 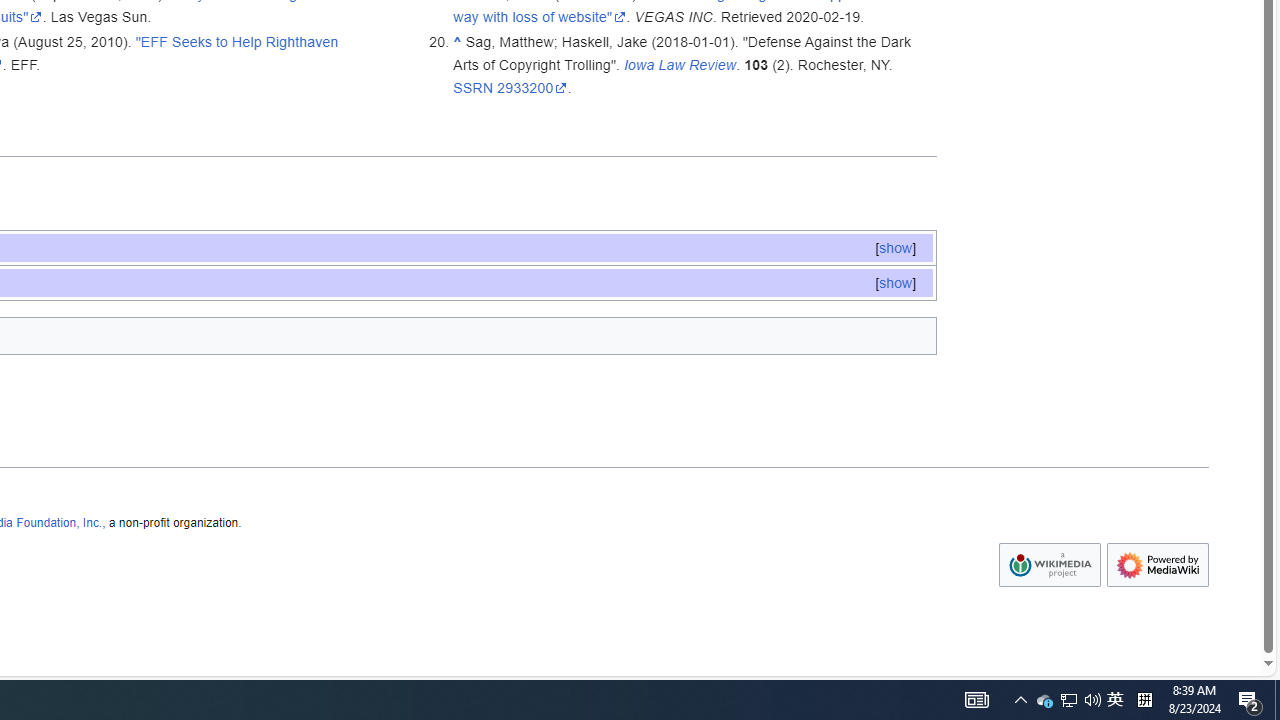 I want to click on 'AutomationID: footer-poweredbyico', so click(x=1158, y=565).